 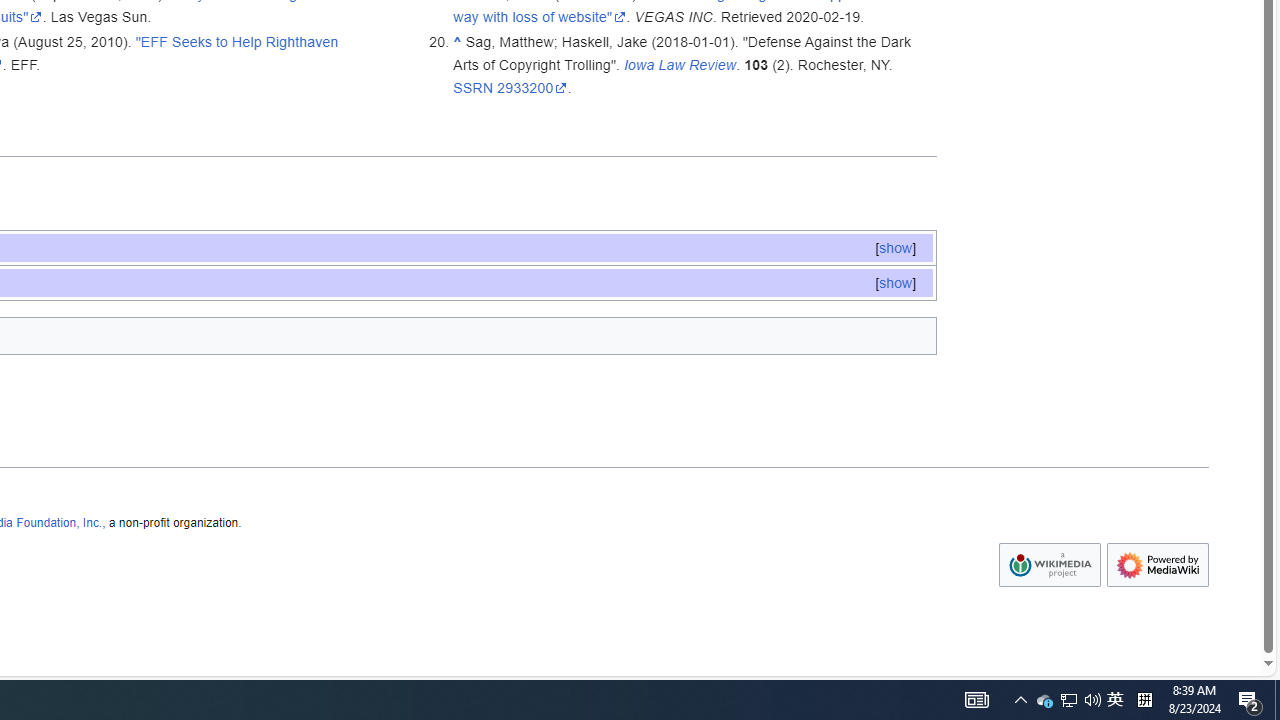 I want to click on 'AutomationID: footer-poweredbyico', so click(x=1158, y=565).